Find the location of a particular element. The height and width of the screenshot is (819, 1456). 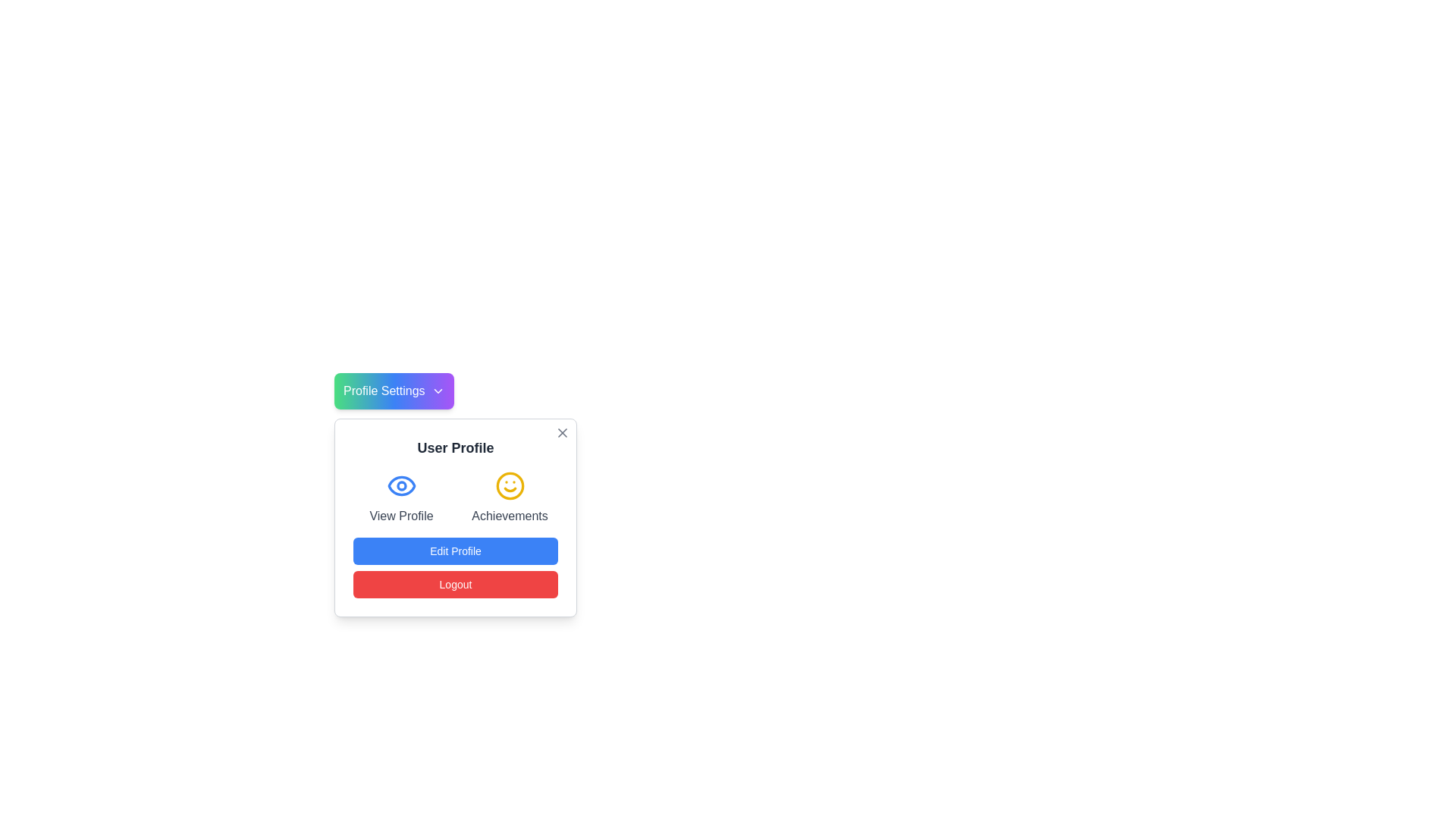

the logout button located at the bottom of the 'User Profile' dialog box is located at coordinates (454, 584).